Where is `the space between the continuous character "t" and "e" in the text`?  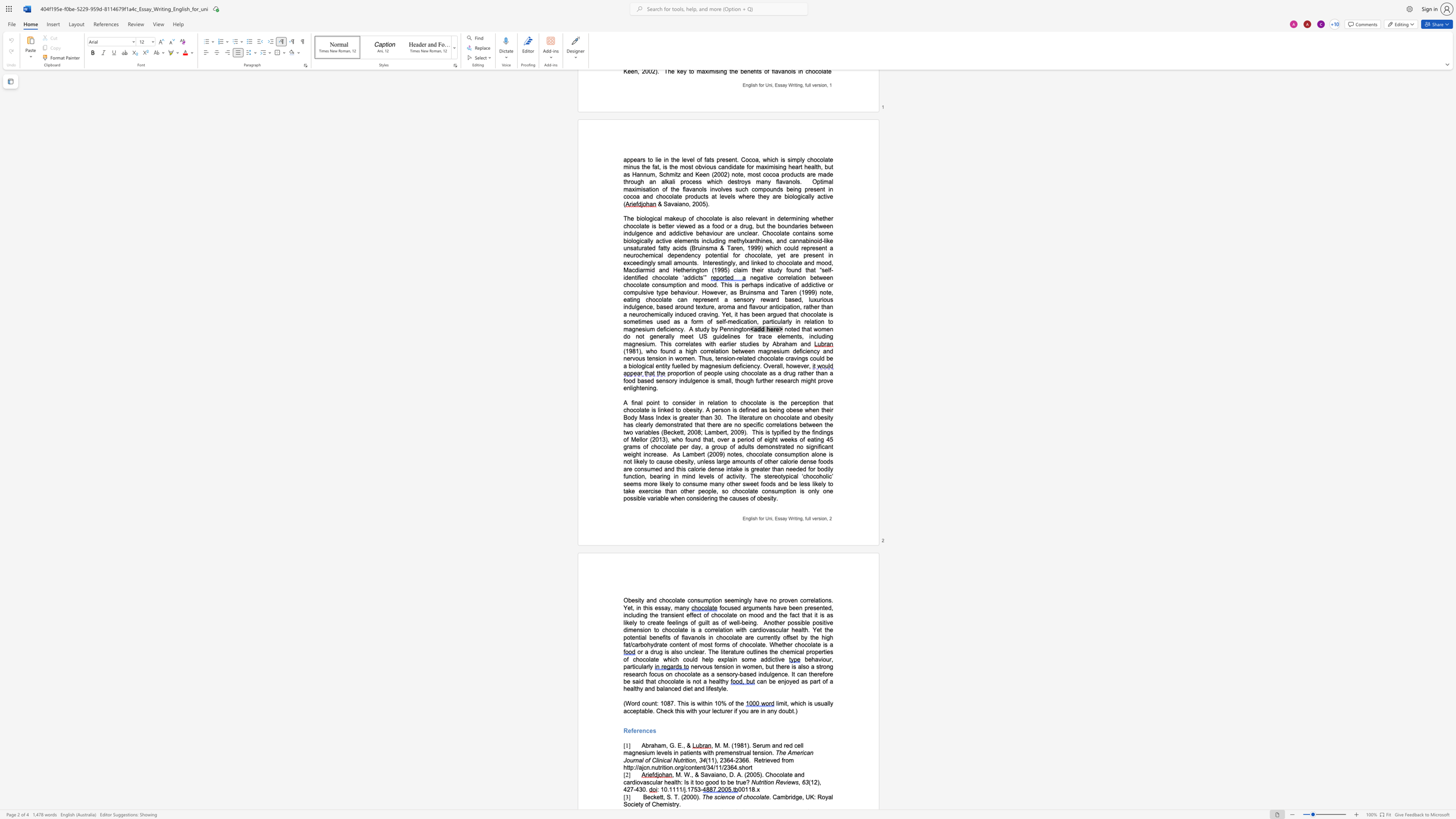 the space between the continuous character "t" and "e" in the text is located at coordinates (682, 600).